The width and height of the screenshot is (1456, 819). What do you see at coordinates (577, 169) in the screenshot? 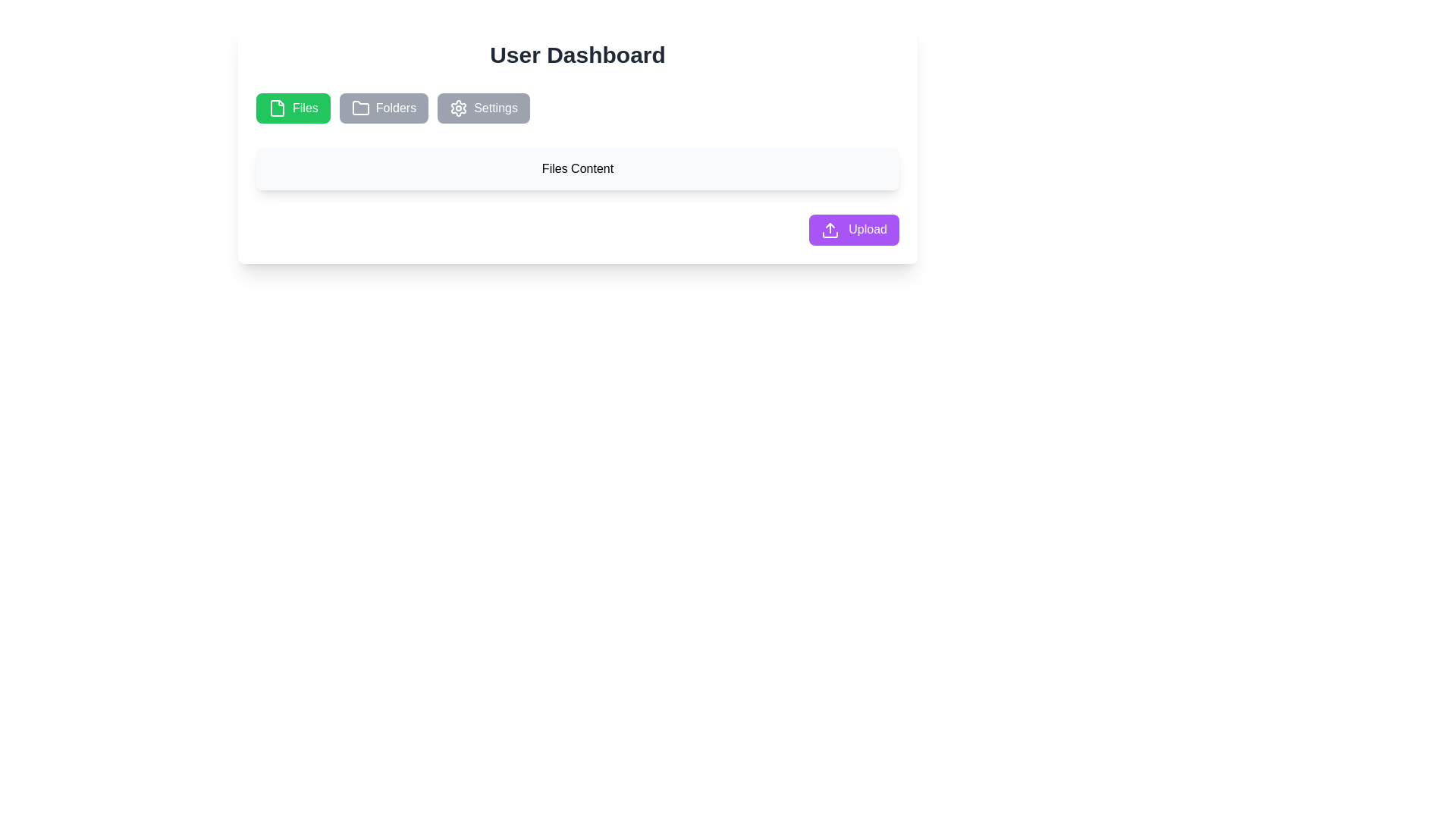
I see `the text label displaying 'Files Content' located in the main content area of the User Dashboard, which is below the toolbar` at bounding box center [577, 169].